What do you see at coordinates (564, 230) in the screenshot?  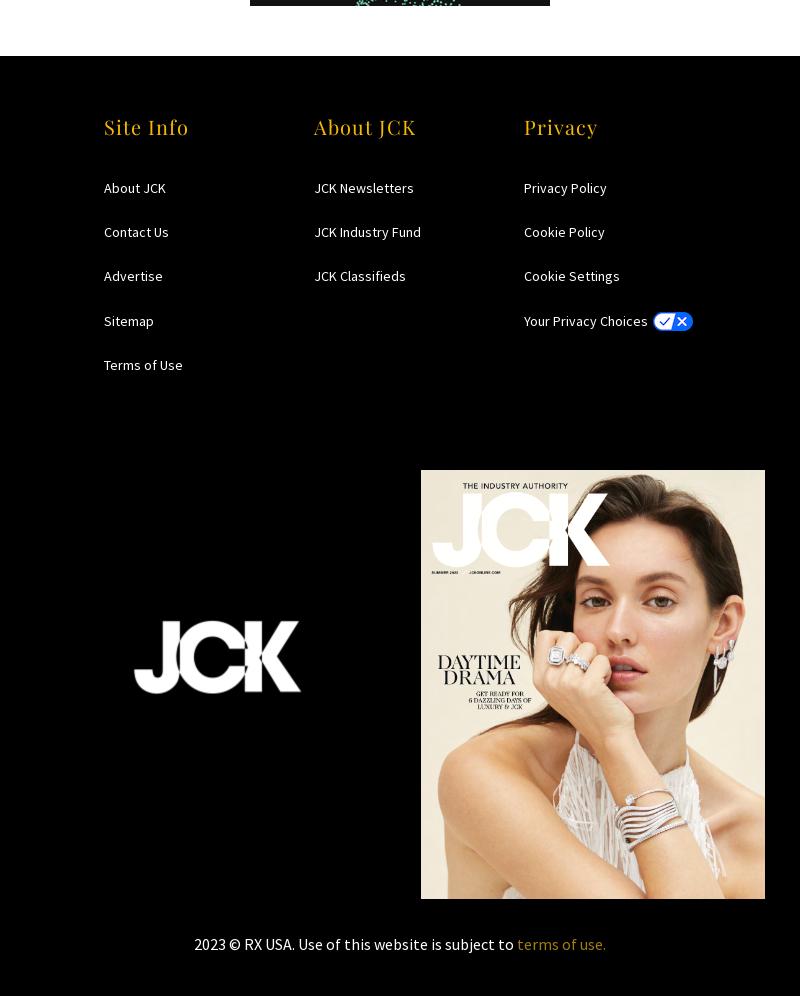 I see `'Cookie Policy'` at bounding box center [564, 230].